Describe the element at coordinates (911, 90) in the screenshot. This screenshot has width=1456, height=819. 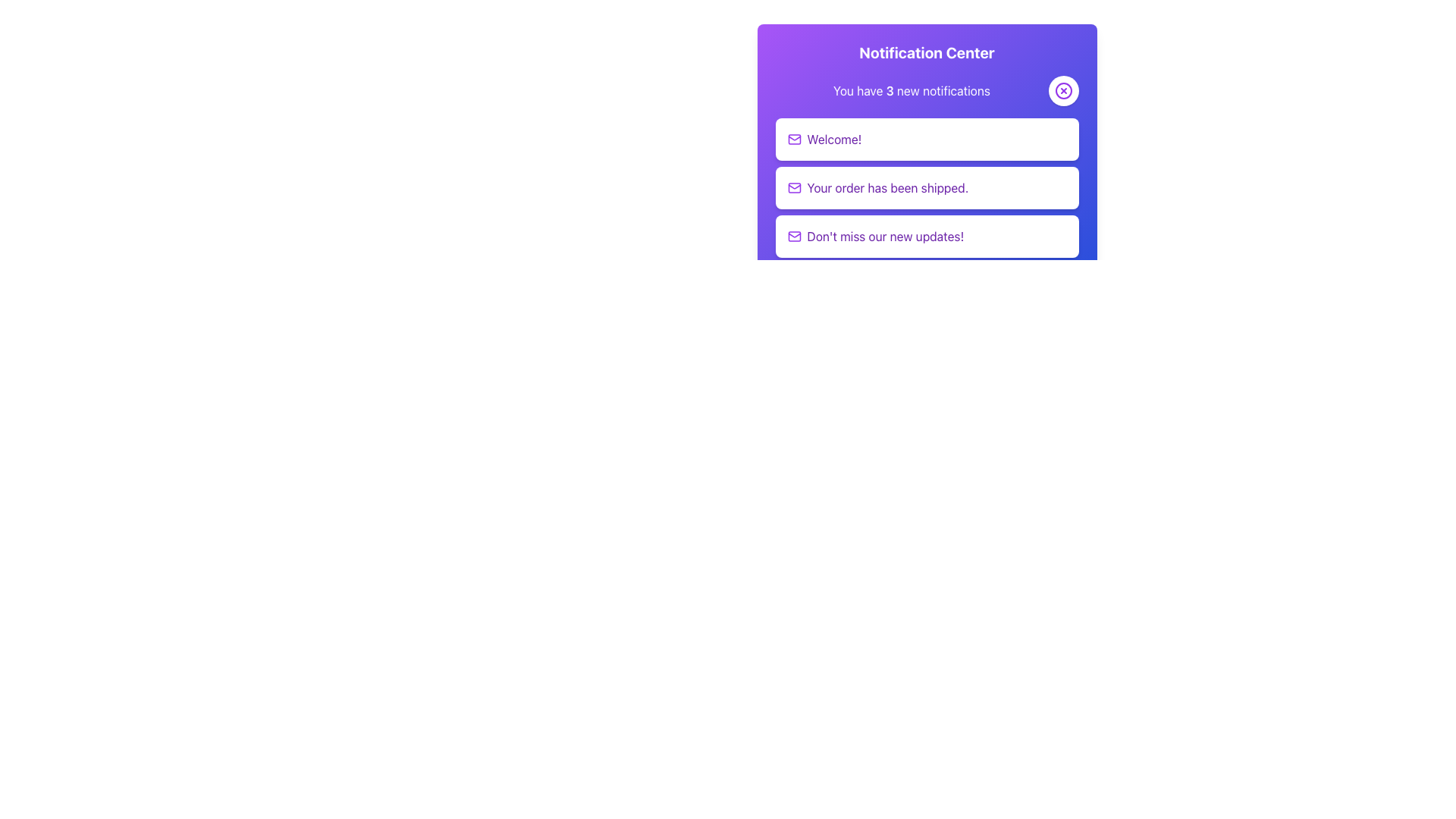
I see `the static Plain text element that displays the current count of new notifications, located below the title 'Notification Center' and aligned to the left` at that location.